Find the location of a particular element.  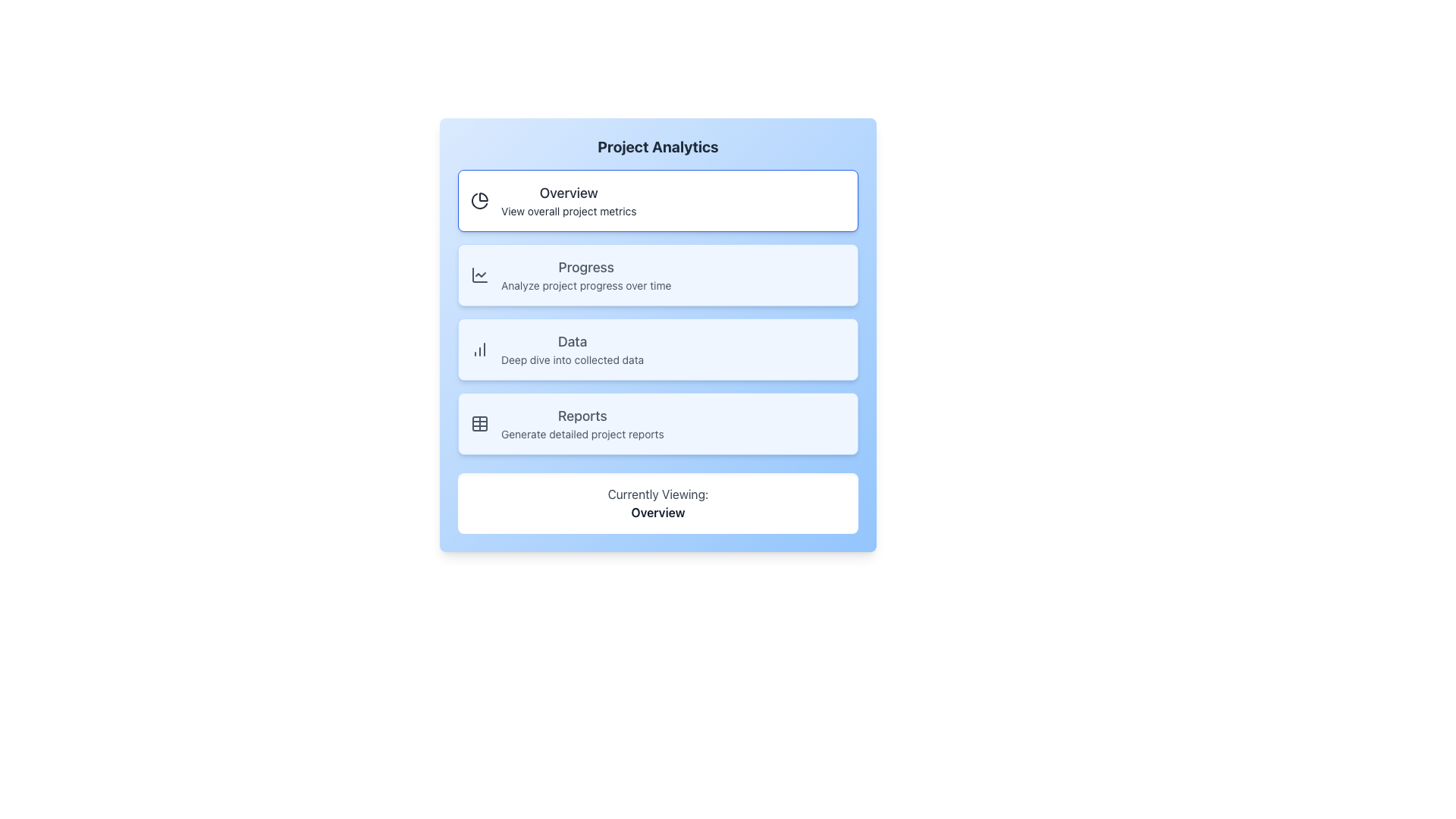

the line chart icon within the 'Progress' button, which is the second button in the vertical stack of navigation options is located at coordinates (479, 275).